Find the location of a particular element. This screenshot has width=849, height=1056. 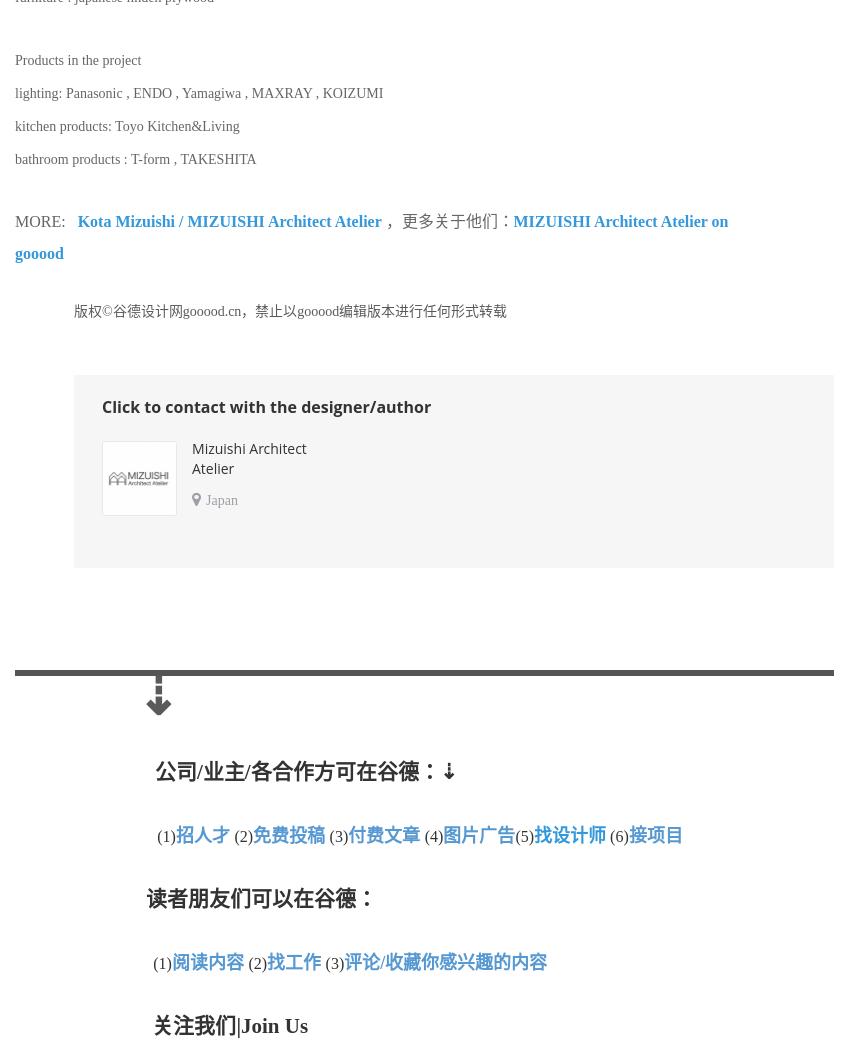

'Products in the project' is located at coordinates (78, 59).